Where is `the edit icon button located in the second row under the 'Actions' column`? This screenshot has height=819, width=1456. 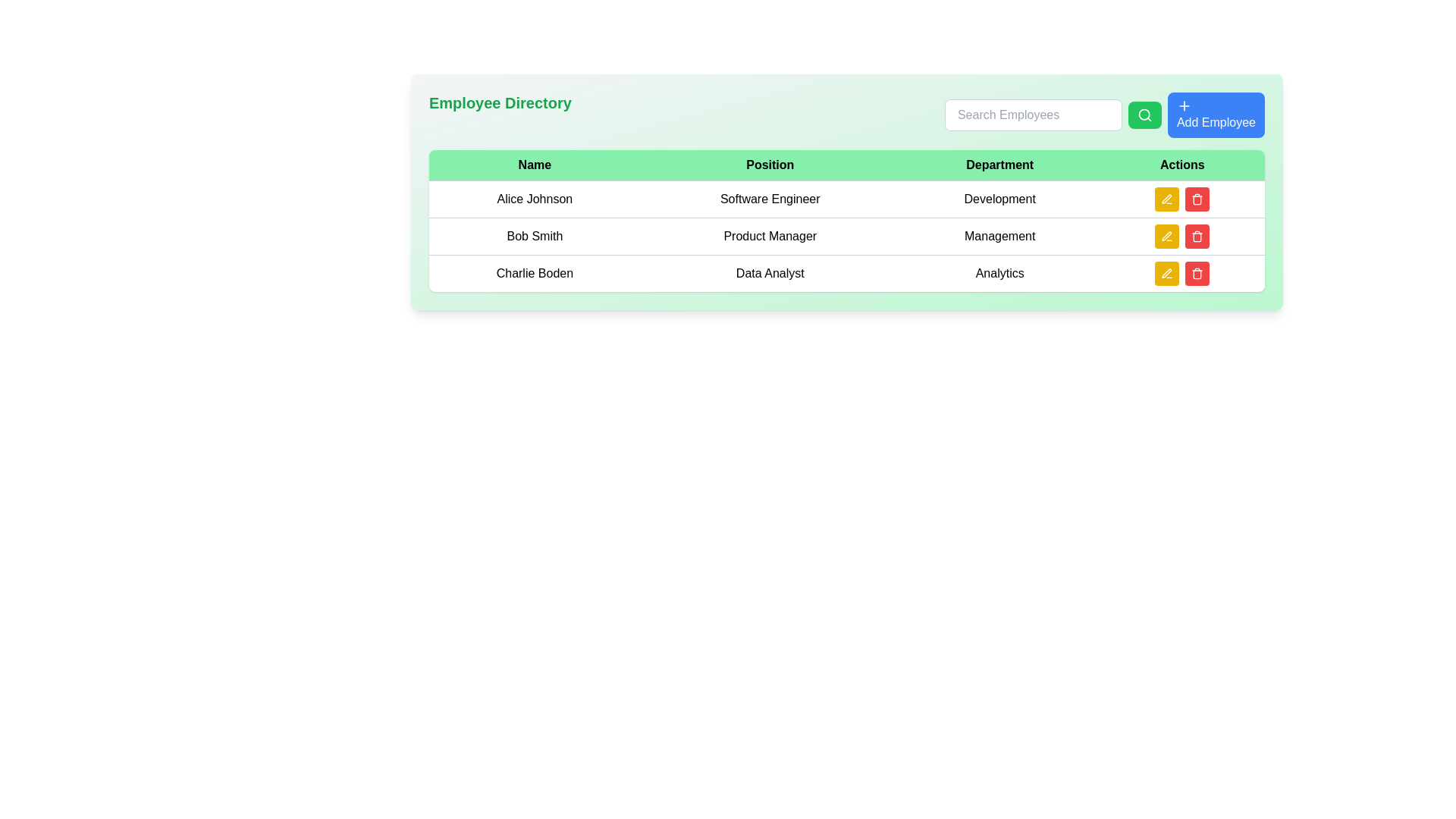 the edit icon button located in the second row under the 'Actions' column is located at coordinates (1166, 236).